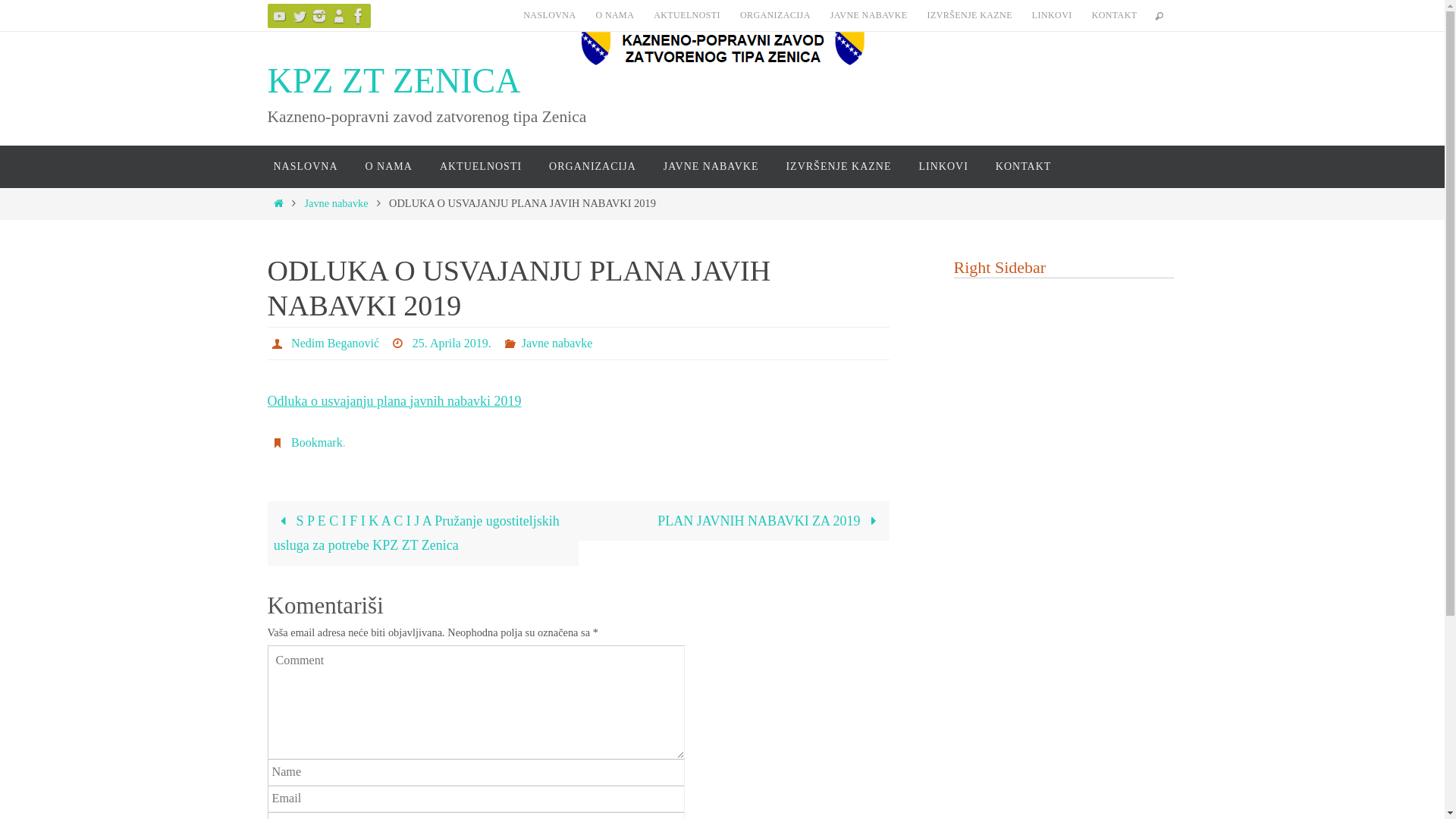  I want to click on 'Bookmark', so click(315, 442).